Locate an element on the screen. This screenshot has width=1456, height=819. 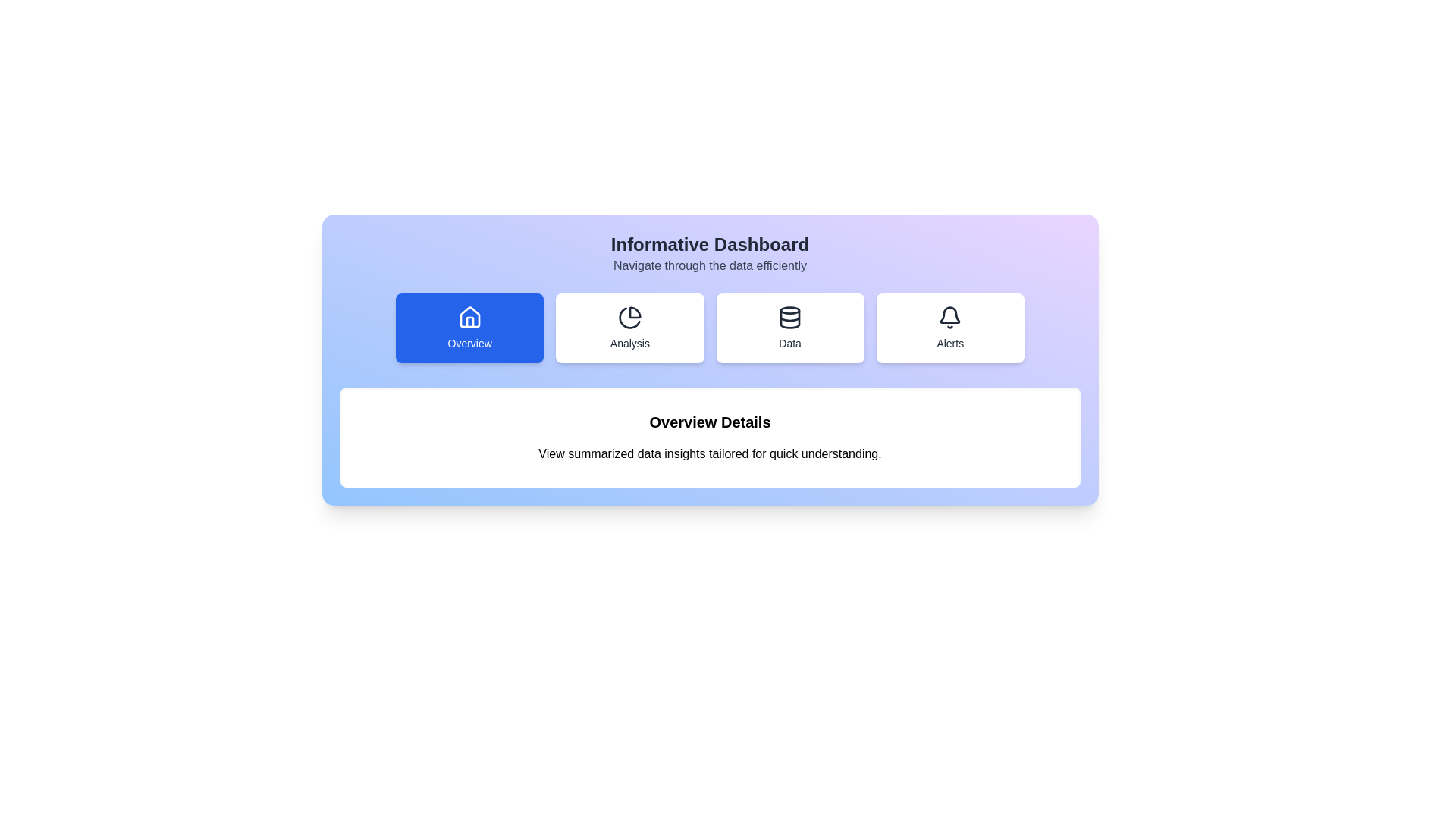
the 'Overview' button, which is the first button in a horizontal row of four buttons under the 'Informative Dashboard' heading is located at coordinates (469, 327).